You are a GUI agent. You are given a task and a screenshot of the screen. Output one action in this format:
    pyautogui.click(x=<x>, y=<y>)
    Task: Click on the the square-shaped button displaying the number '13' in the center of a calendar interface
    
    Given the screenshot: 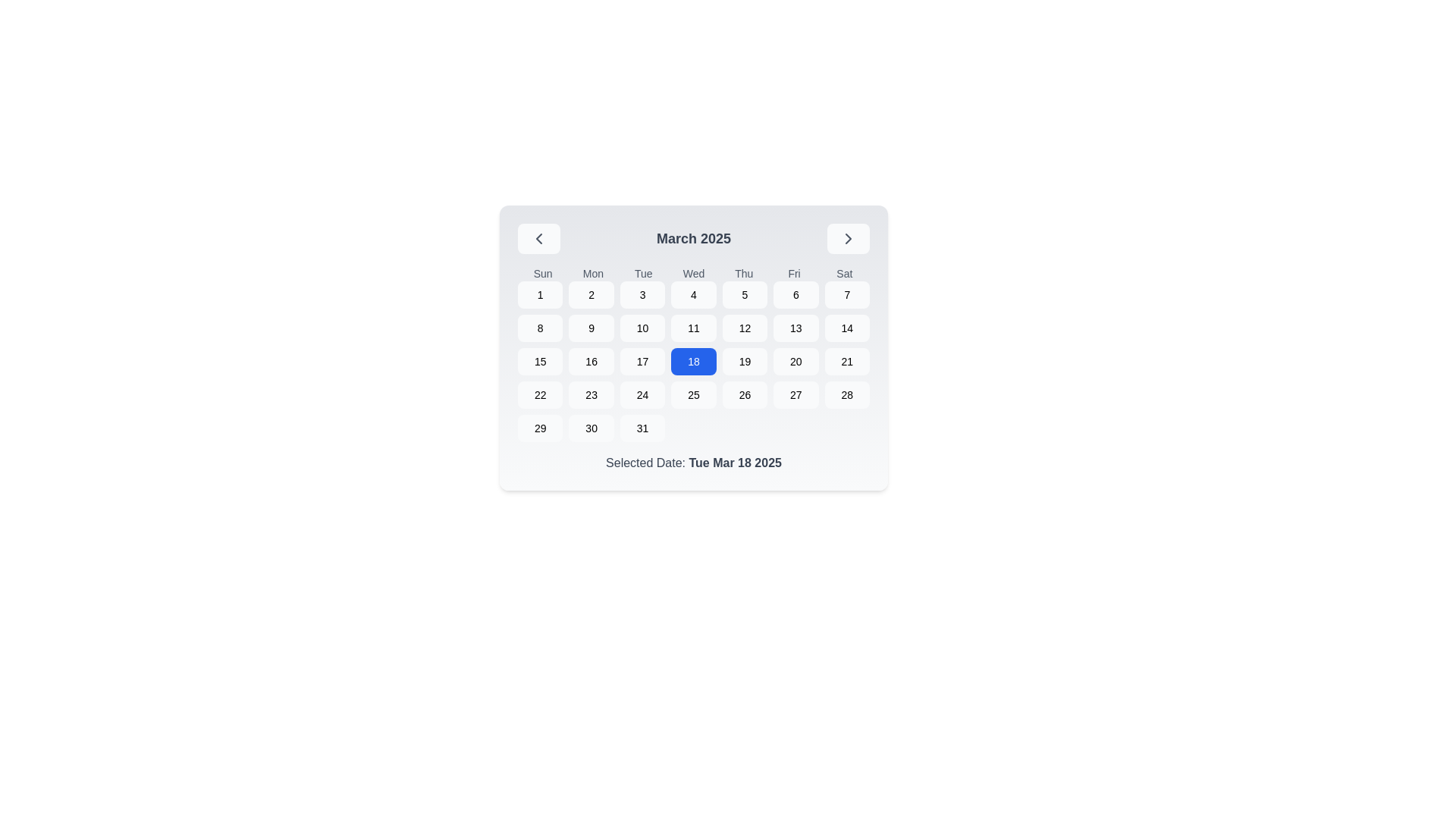 What is the action you would take?
    pyautogui.click(x=795, y=327)
    